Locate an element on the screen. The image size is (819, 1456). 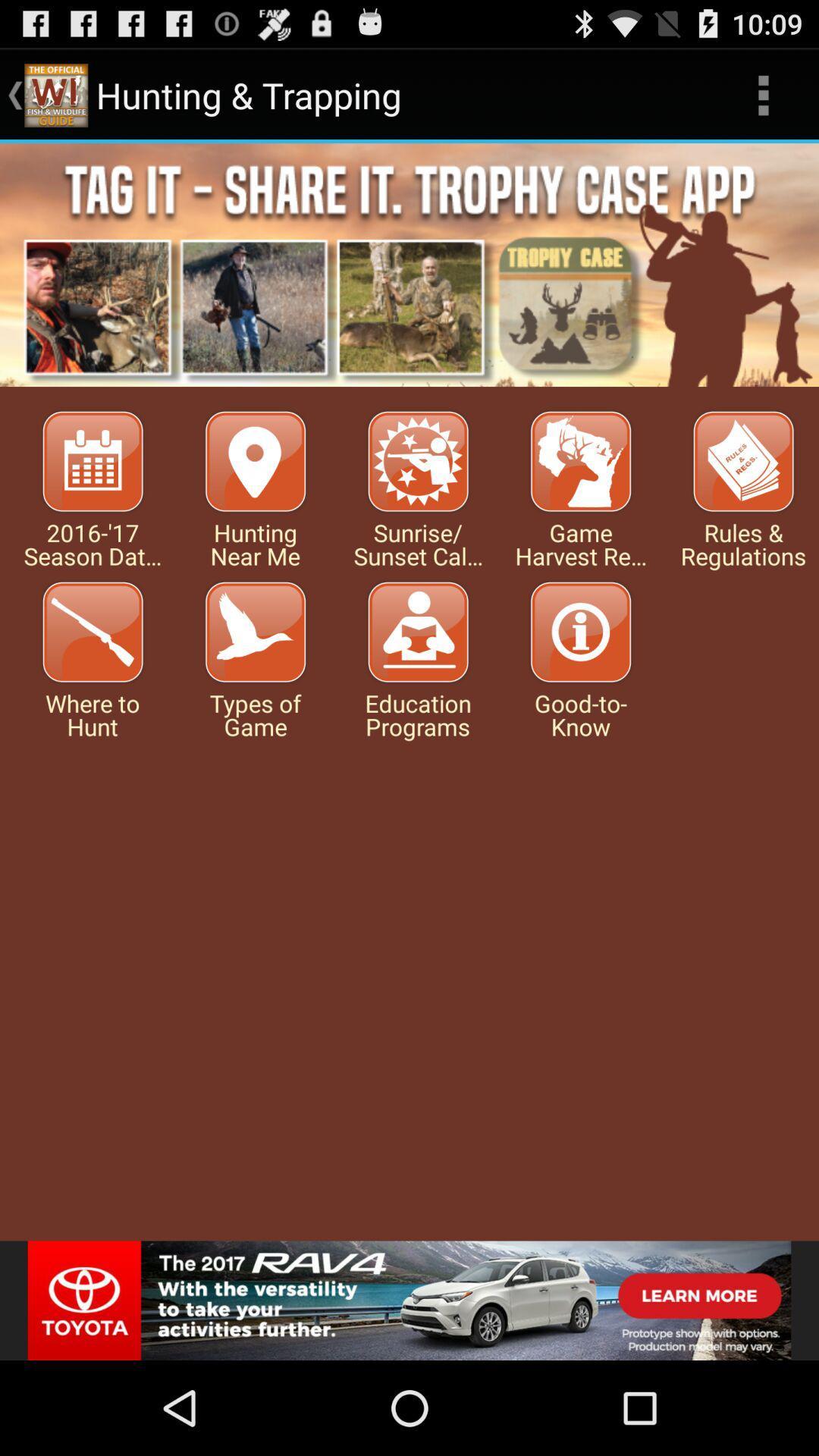
advertisement is located at coordinates (409, 265).